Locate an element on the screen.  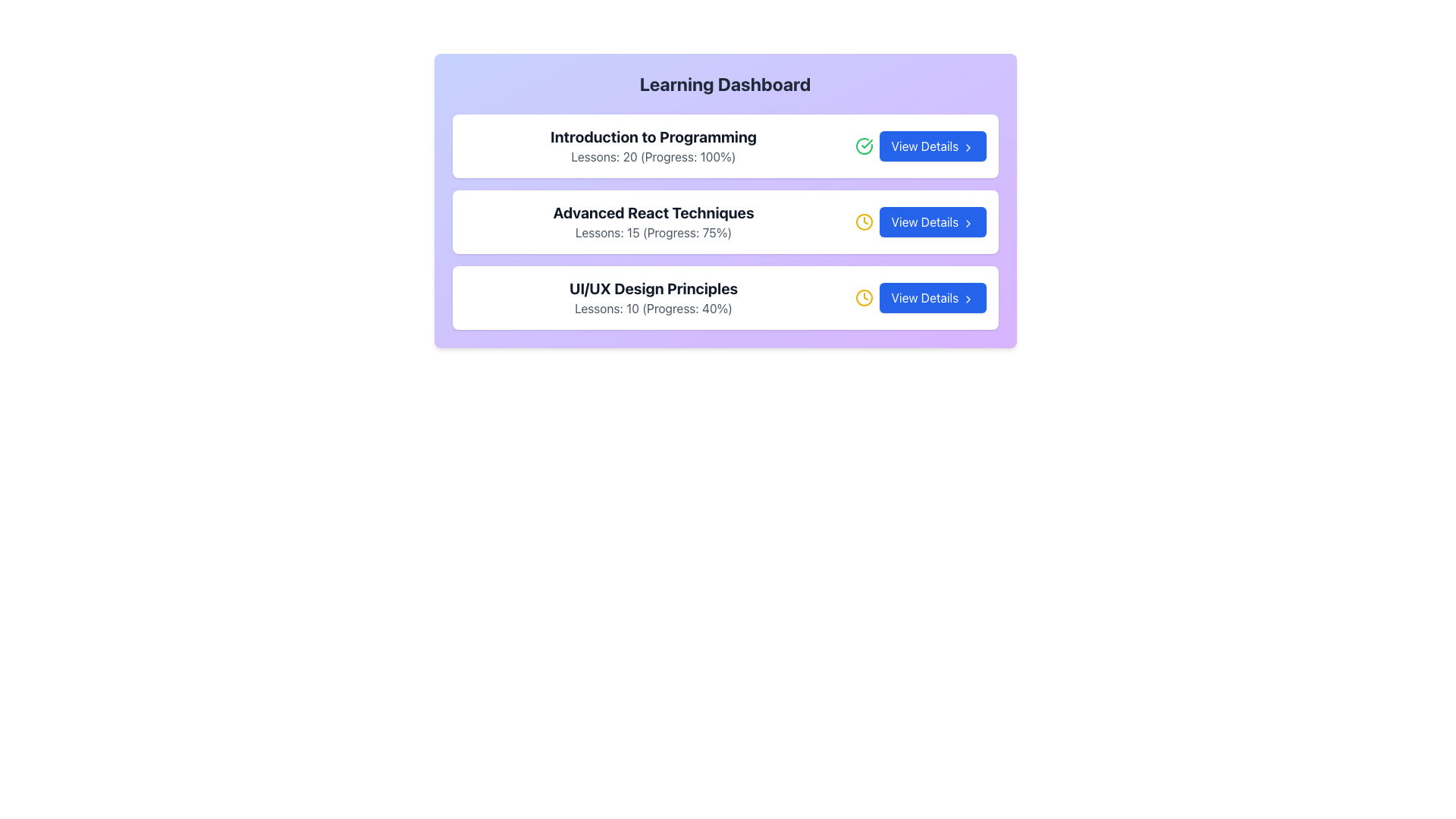
the button that navigates to the detailed view of the 'UI/UX Design Principles' section, located at the bottom row of the list is located at coordinates (920, 298).